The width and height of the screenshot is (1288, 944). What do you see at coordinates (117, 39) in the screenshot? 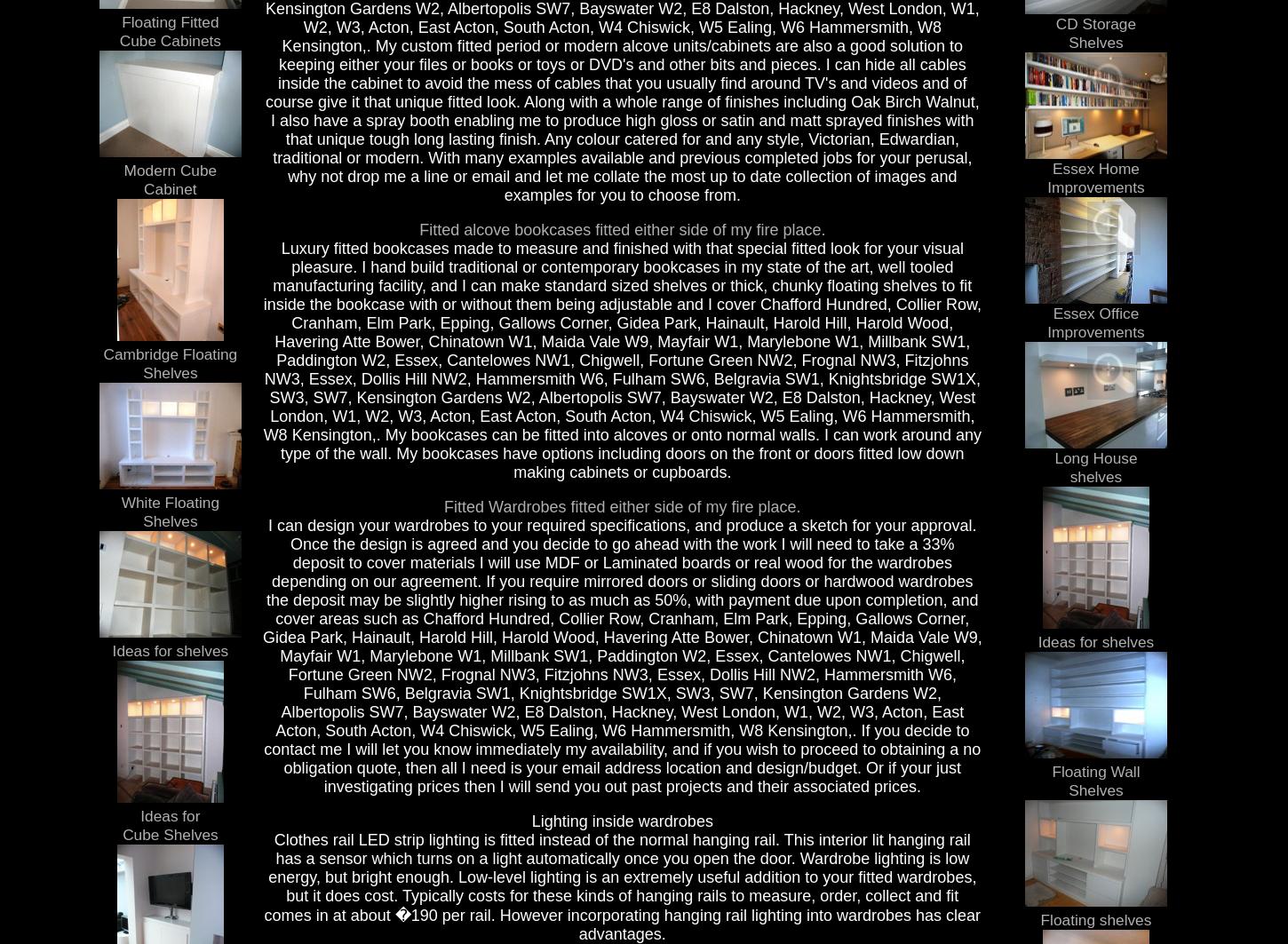
I see `'Cube Cabinets'` at bounding box center [117, 39].